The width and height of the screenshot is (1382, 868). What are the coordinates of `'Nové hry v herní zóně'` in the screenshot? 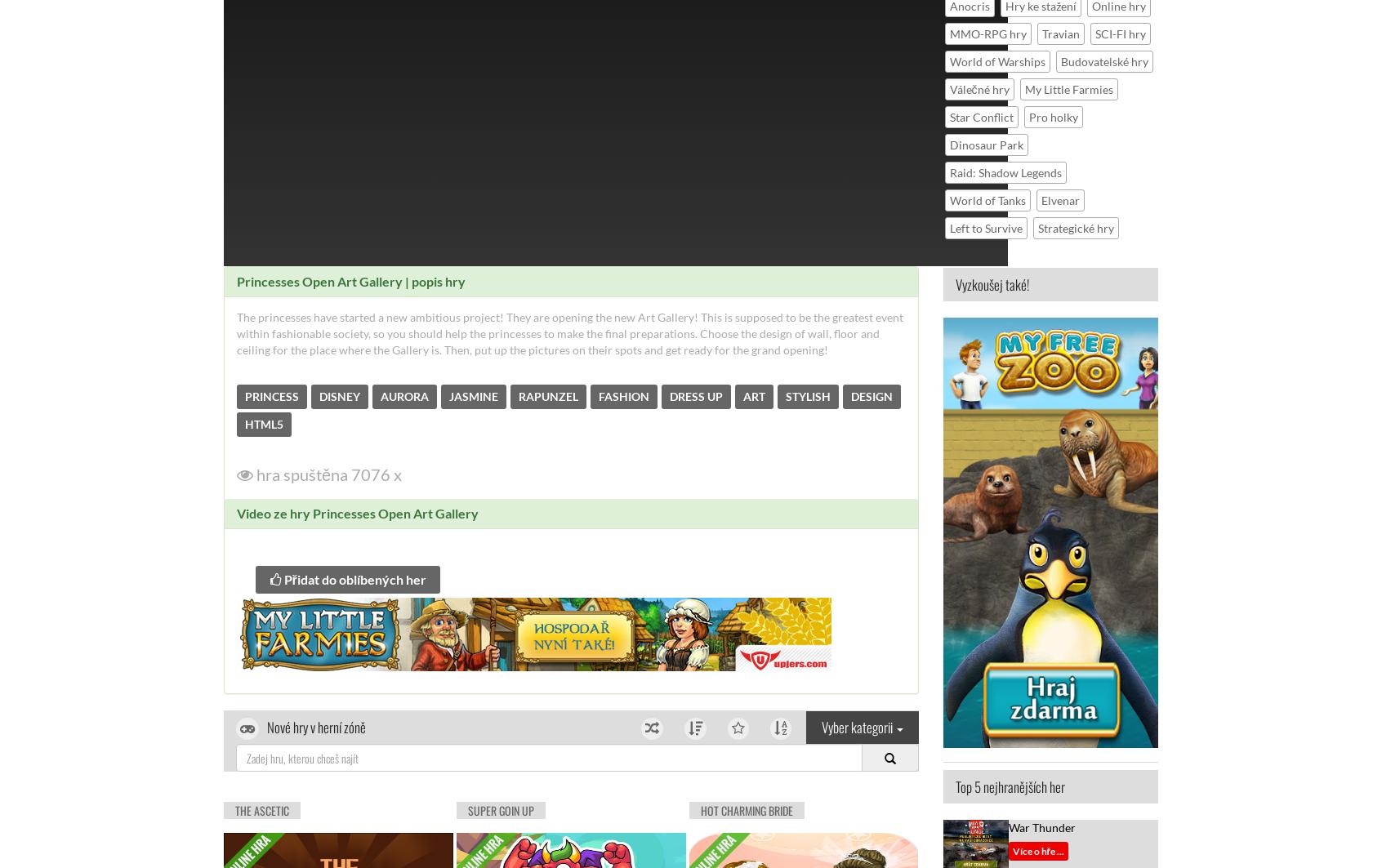 It's located at (316, 726).